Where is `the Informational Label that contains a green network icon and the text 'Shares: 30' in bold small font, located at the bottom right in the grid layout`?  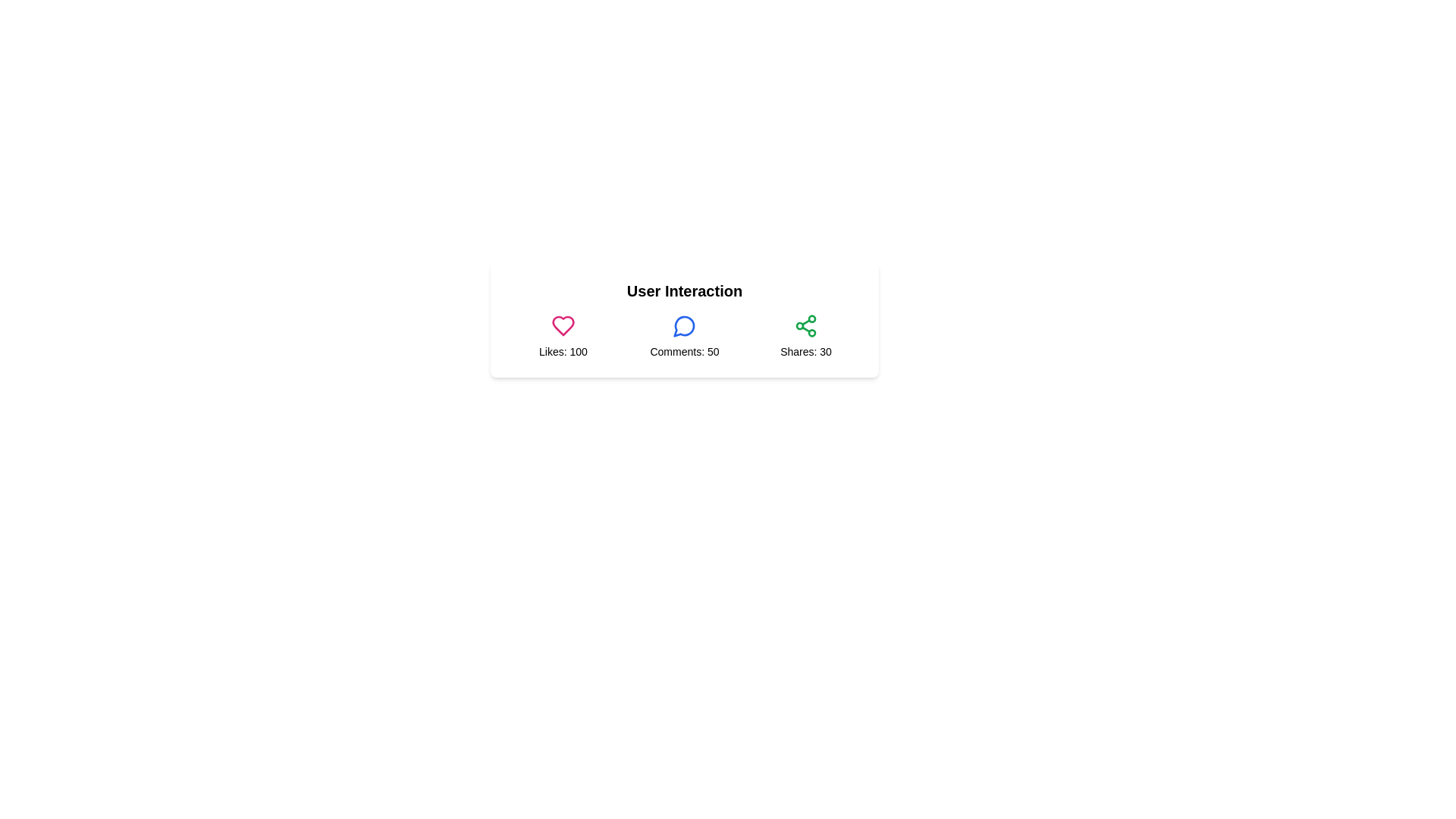
the Informational Label that contains a green network icon and the text 'Shares: 30' in bold small font, located at the bottom right in the grid layout is located at coordinates (805, 335).